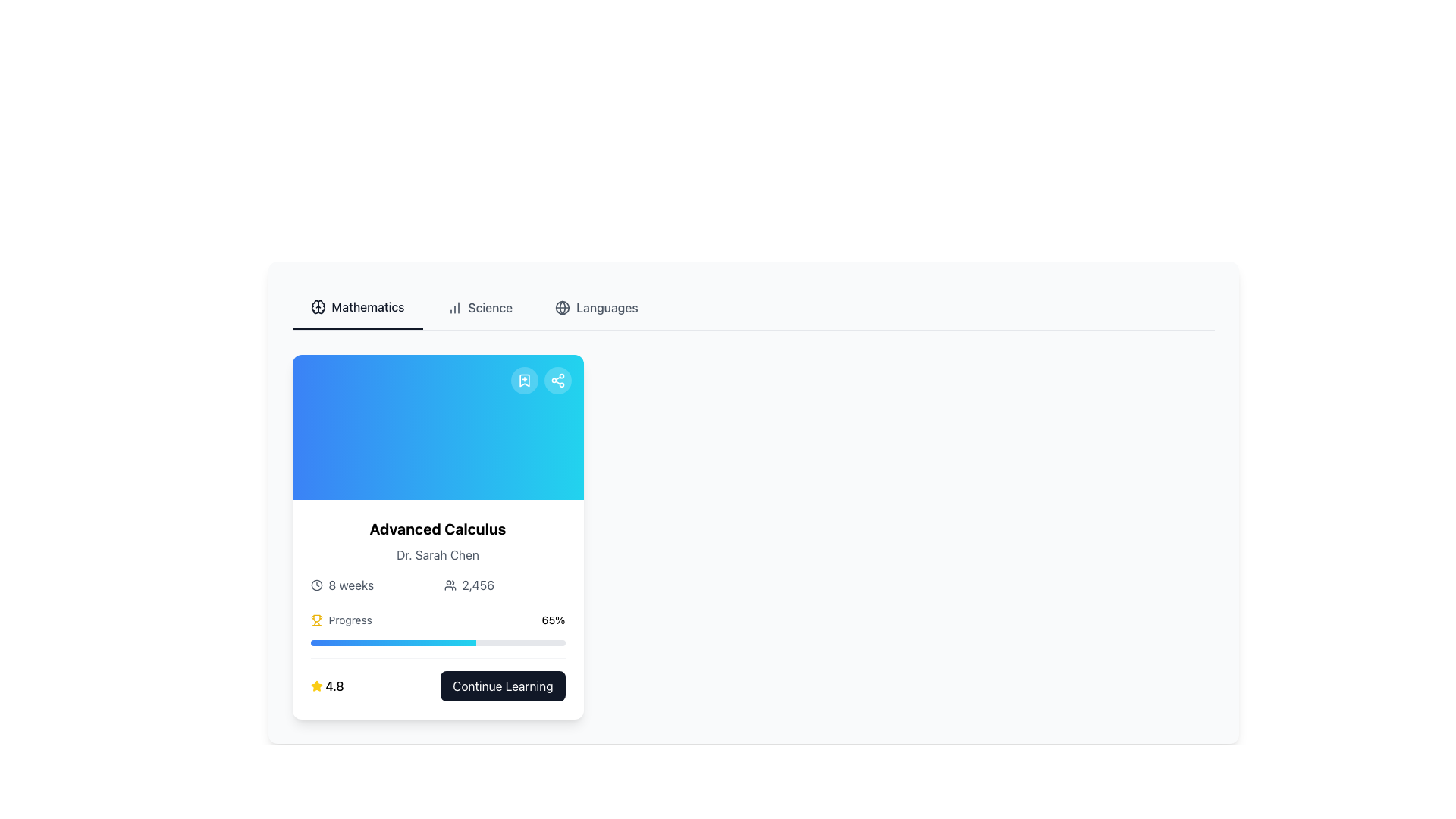  Describe the element at coordinates (524, 379) in the screenshot. I see `the circular button with a blurred white overlay and a bookmark icon with a plus sign to bookmark the course` at that location.